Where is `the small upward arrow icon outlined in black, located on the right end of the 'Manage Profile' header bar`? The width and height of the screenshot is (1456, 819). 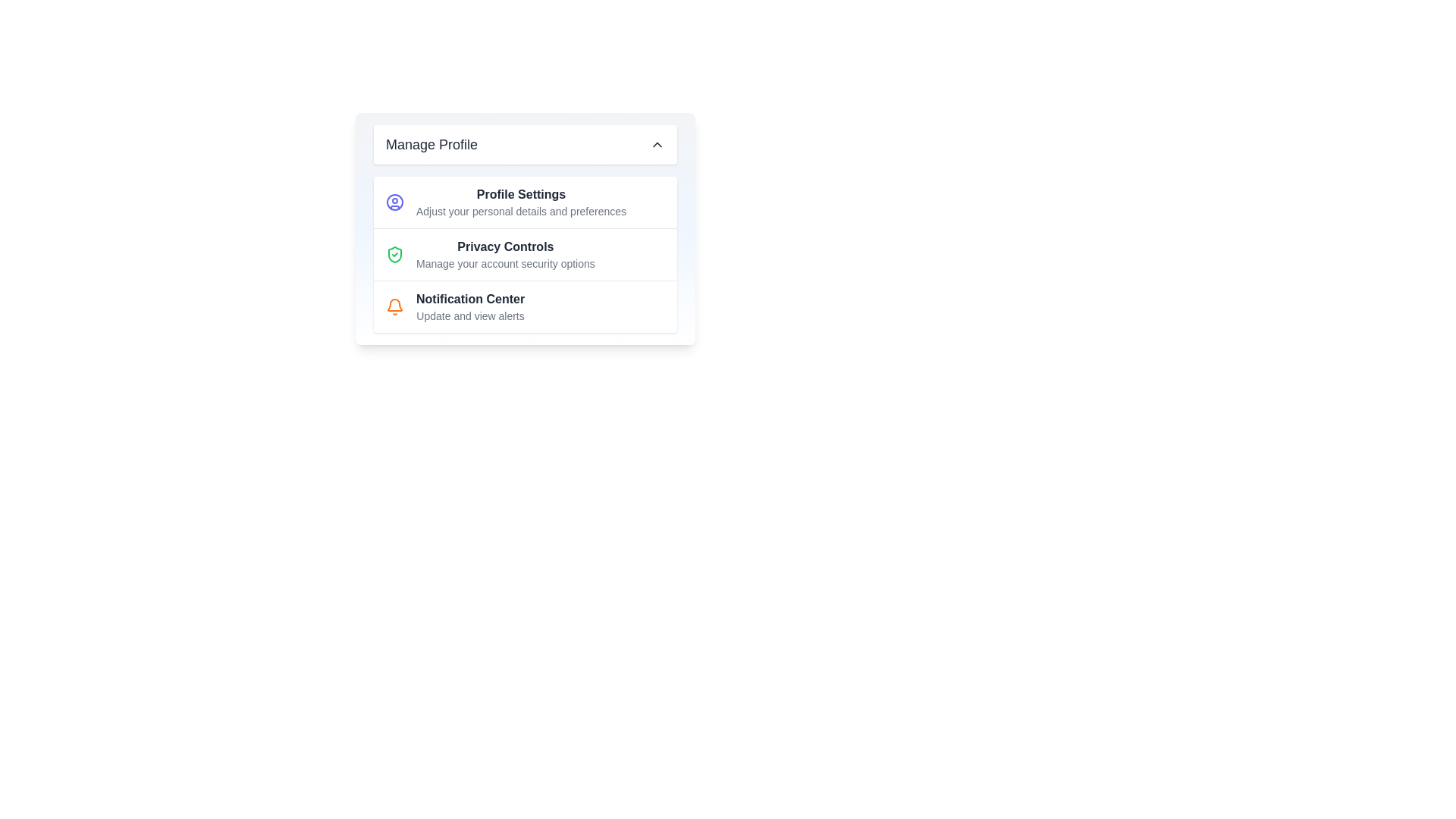
the small upward arrow icon outlined in black, located on the right end of the 'Manage Profile' header bar is located at coordinates (657, 145).